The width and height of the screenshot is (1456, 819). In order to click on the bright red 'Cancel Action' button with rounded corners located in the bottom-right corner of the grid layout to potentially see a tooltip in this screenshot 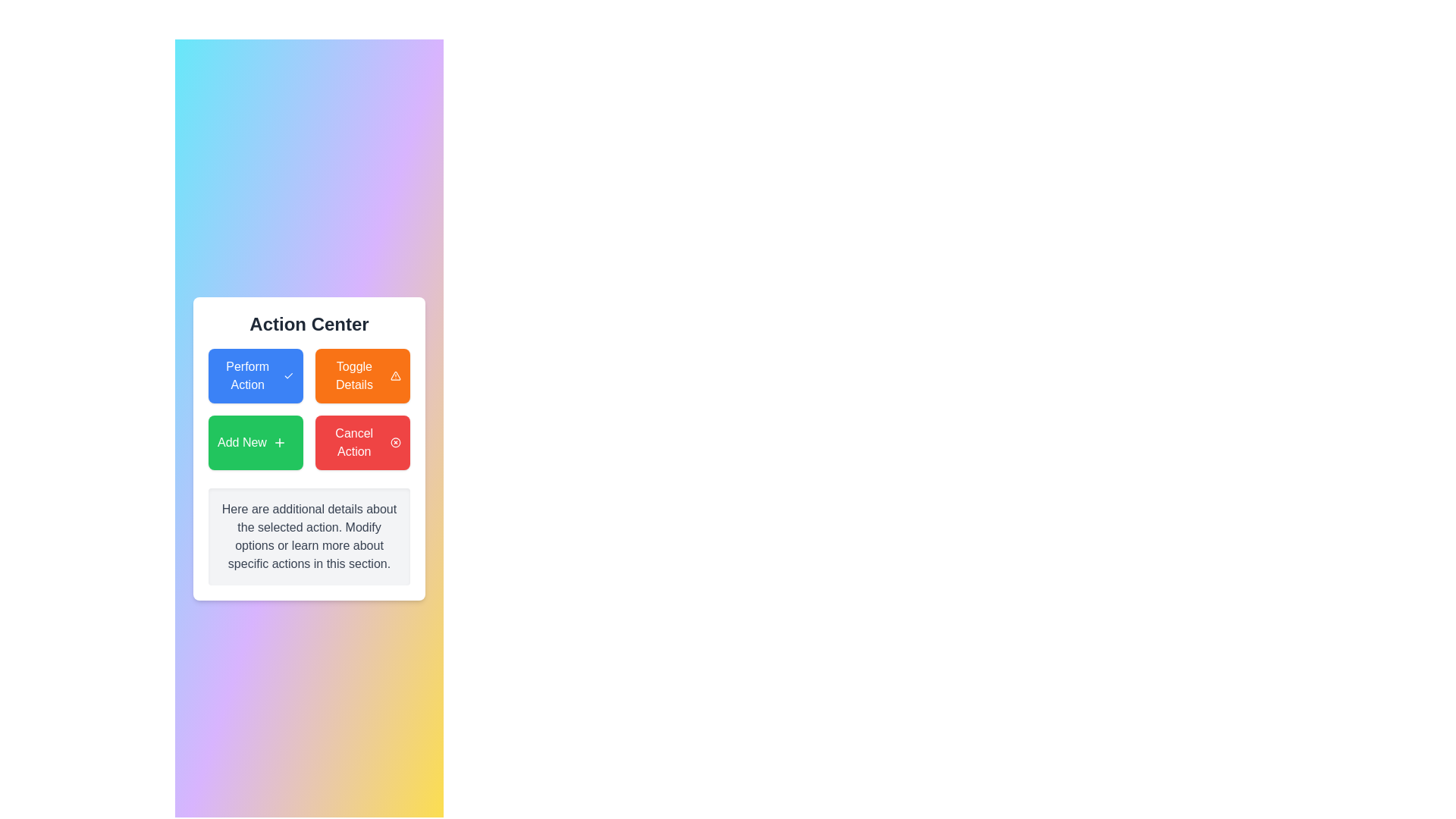, I will do `click(362, 442)`.